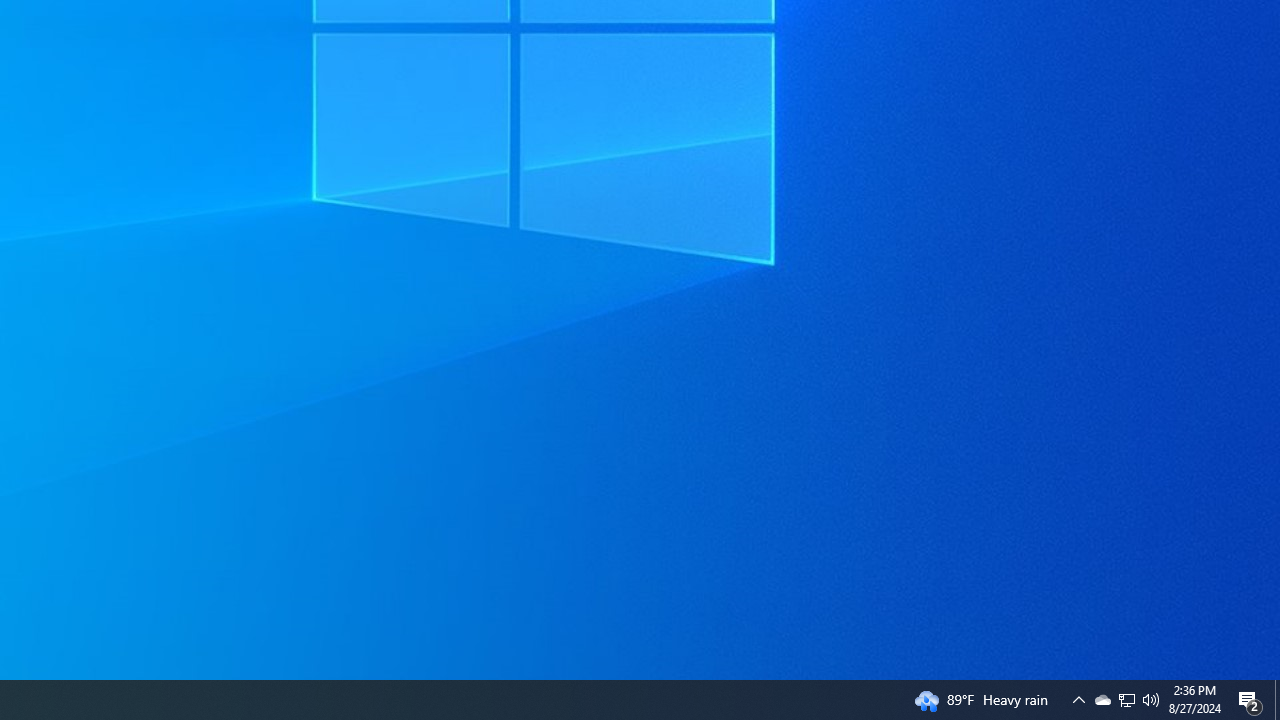 This screenshot has width=1280, height=720. Describe the element at coordinates (1127, 698) in the screenshot. I see `'Notification Chevron'` at that location.